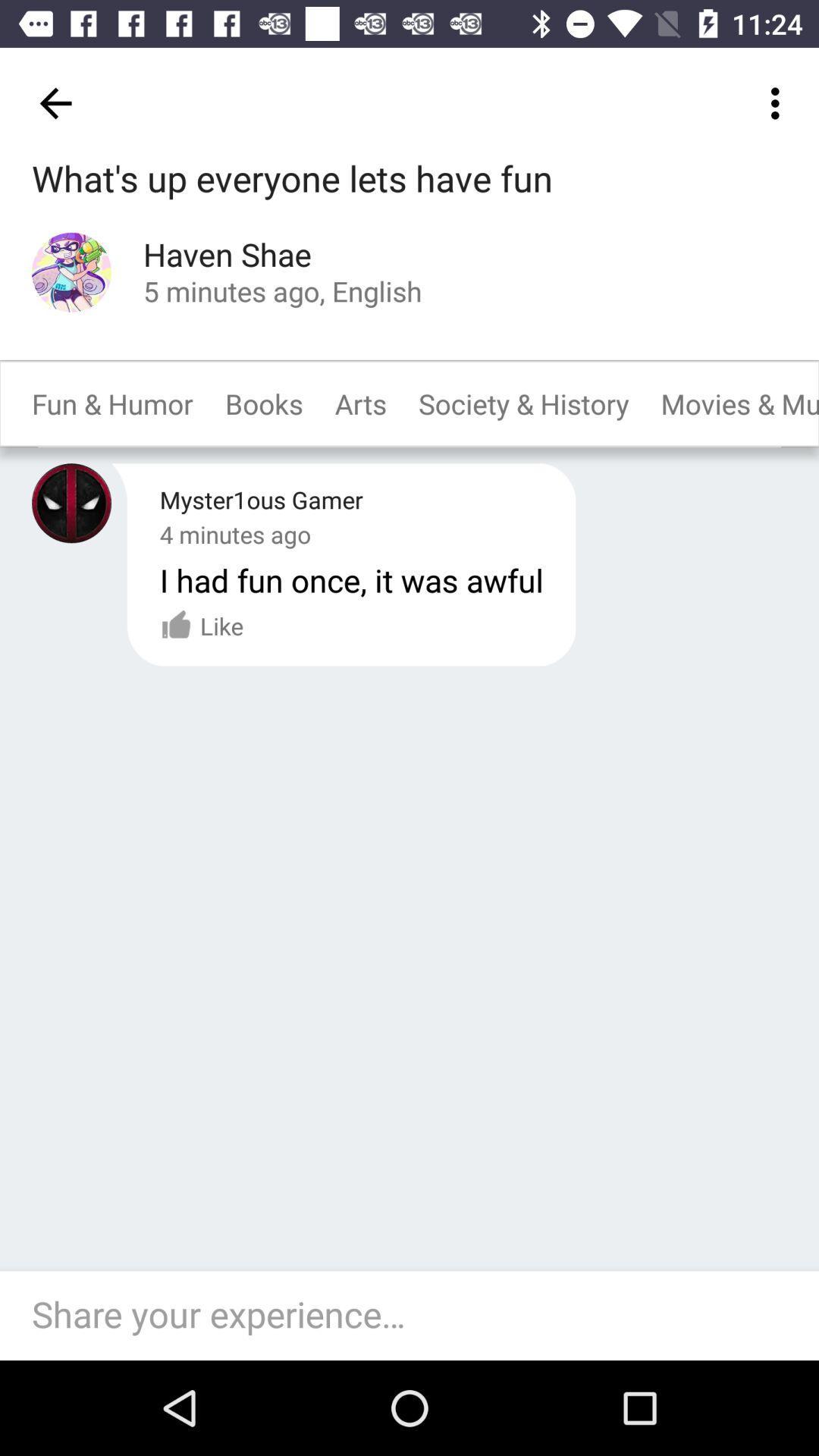 This screenshot has width=819, height=1456. Describe the element at coordinates (351, 579) in the screenshot. I see `i had fun icon` at that location.